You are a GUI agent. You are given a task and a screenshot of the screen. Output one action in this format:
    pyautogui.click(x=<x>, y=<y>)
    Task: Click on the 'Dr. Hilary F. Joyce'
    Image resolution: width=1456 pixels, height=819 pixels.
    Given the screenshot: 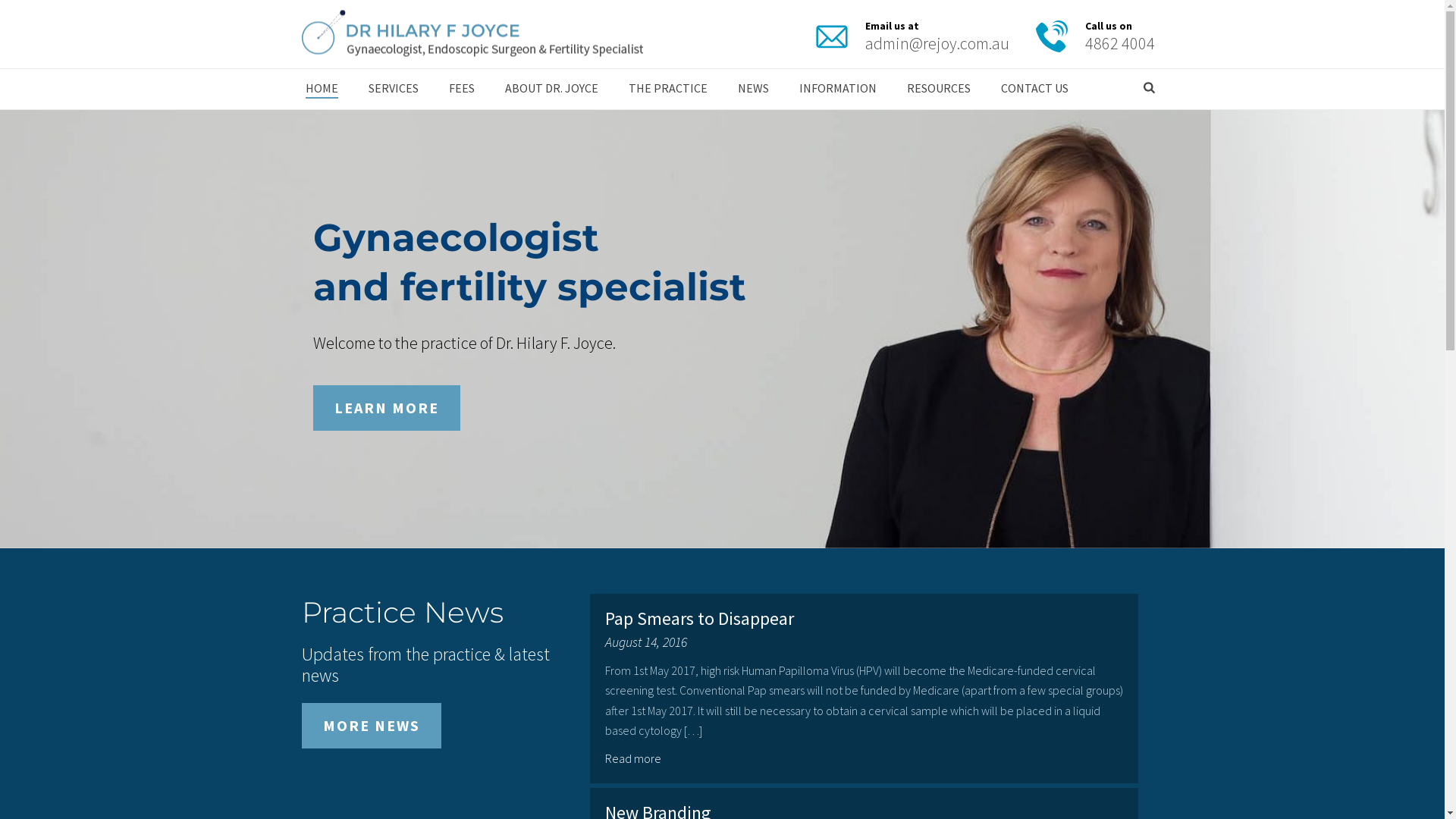 What is the action you would take?
    pyautogui.click(x=472, y=34)
    